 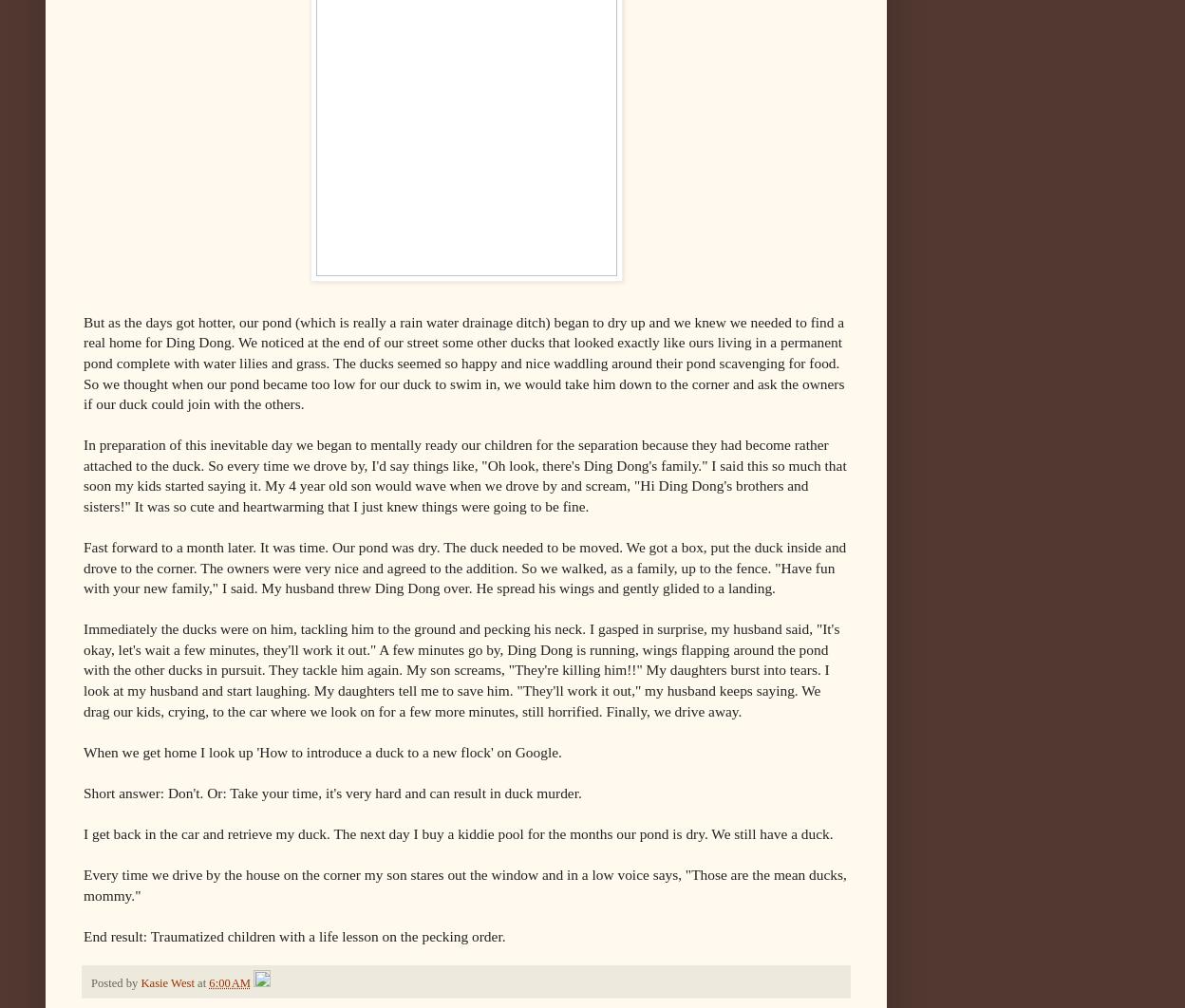 What do you see at coordinates (322, 751) in the screenshot?
I see `'When we get home I look up 'How to introduce a duck to a new flock' on Google.'` at bounding box center [322, 751].